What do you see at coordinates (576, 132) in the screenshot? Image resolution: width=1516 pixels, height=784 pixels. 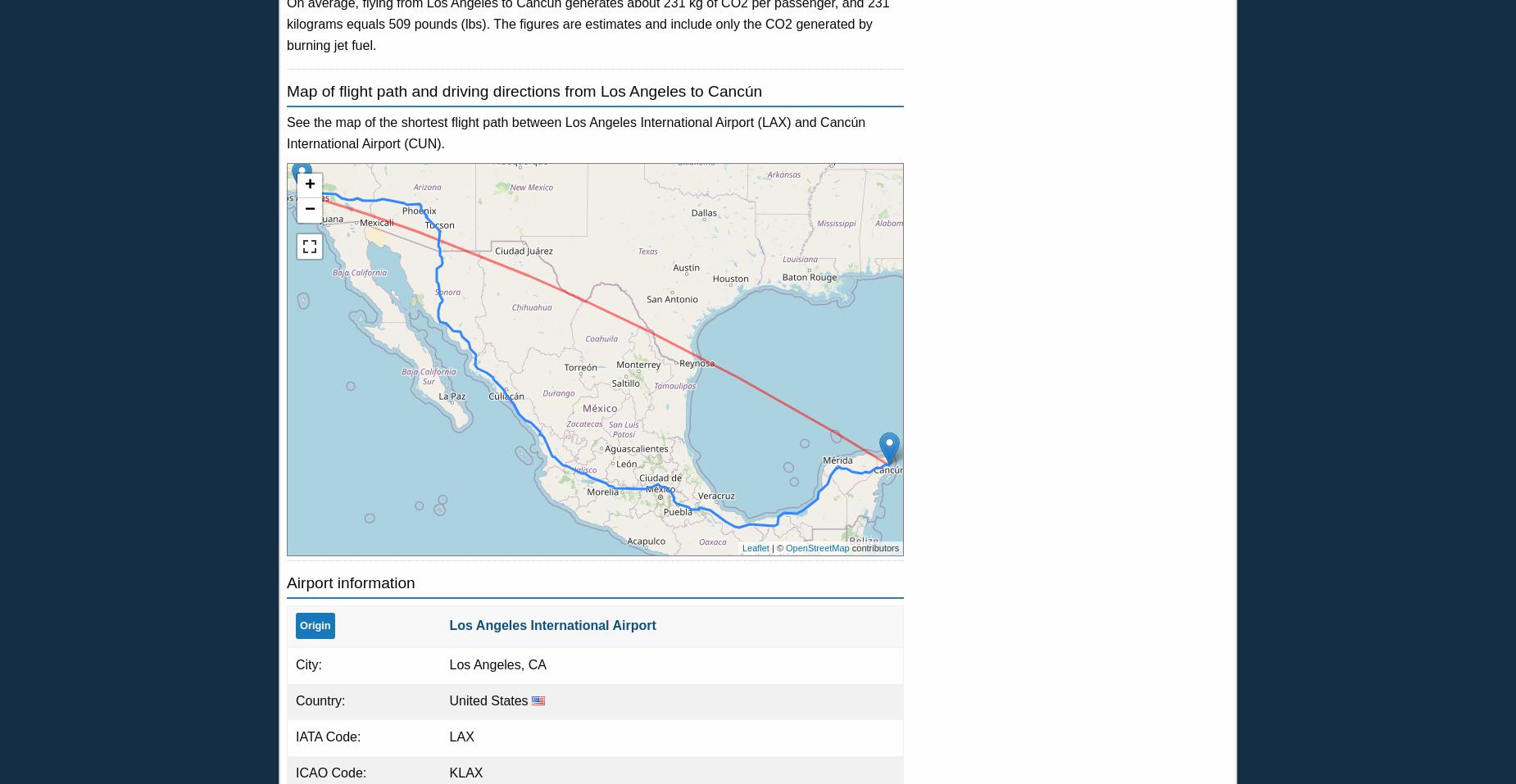 I see `'See the map of the shortest flight path between Los Angeles International Airport (LAX) and Cancún International Airport (CUN).'` at bounding box center [576, 132].